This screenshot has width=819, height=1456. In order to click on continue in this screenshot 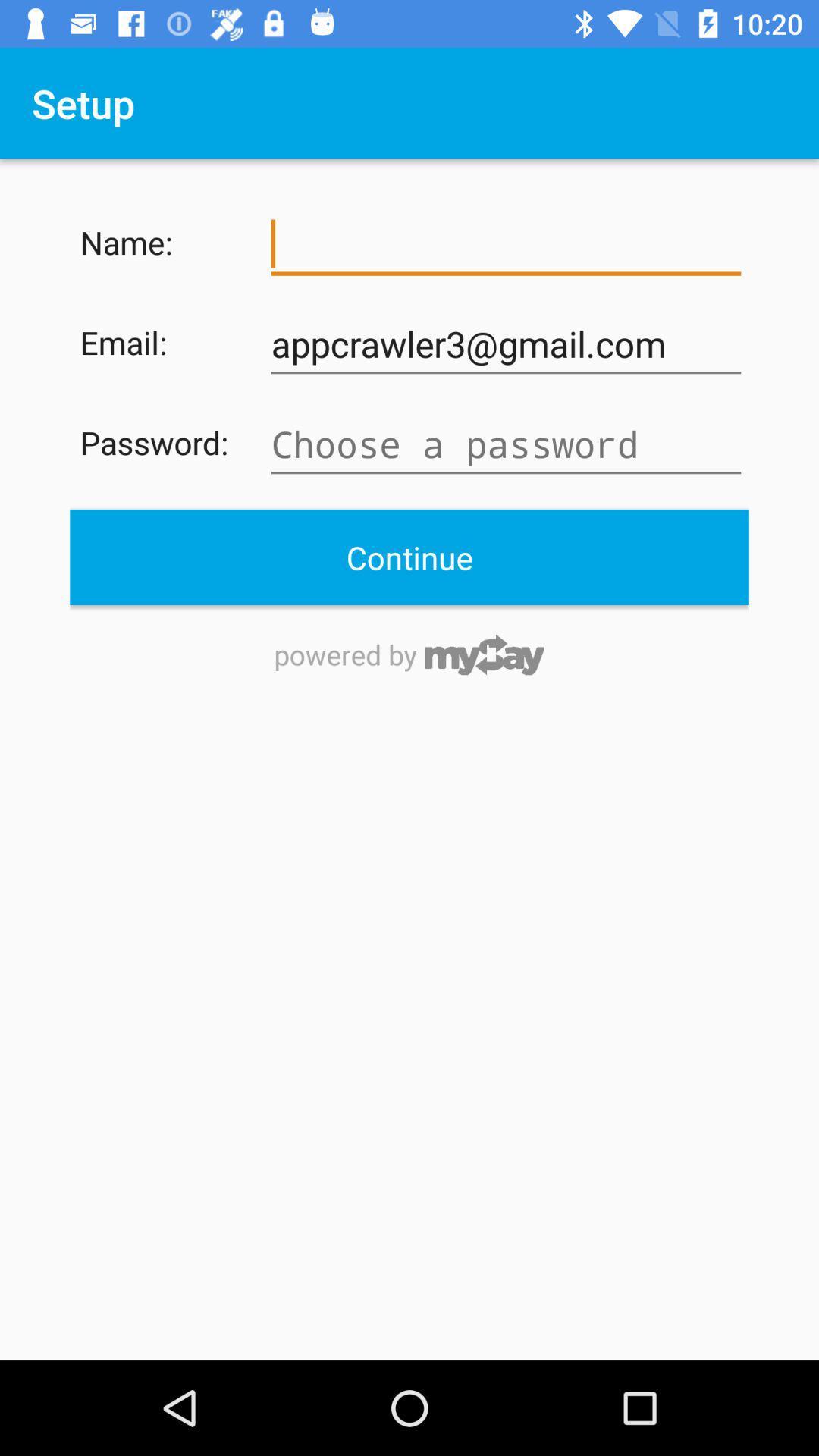, I will do `click(409, 556)`.